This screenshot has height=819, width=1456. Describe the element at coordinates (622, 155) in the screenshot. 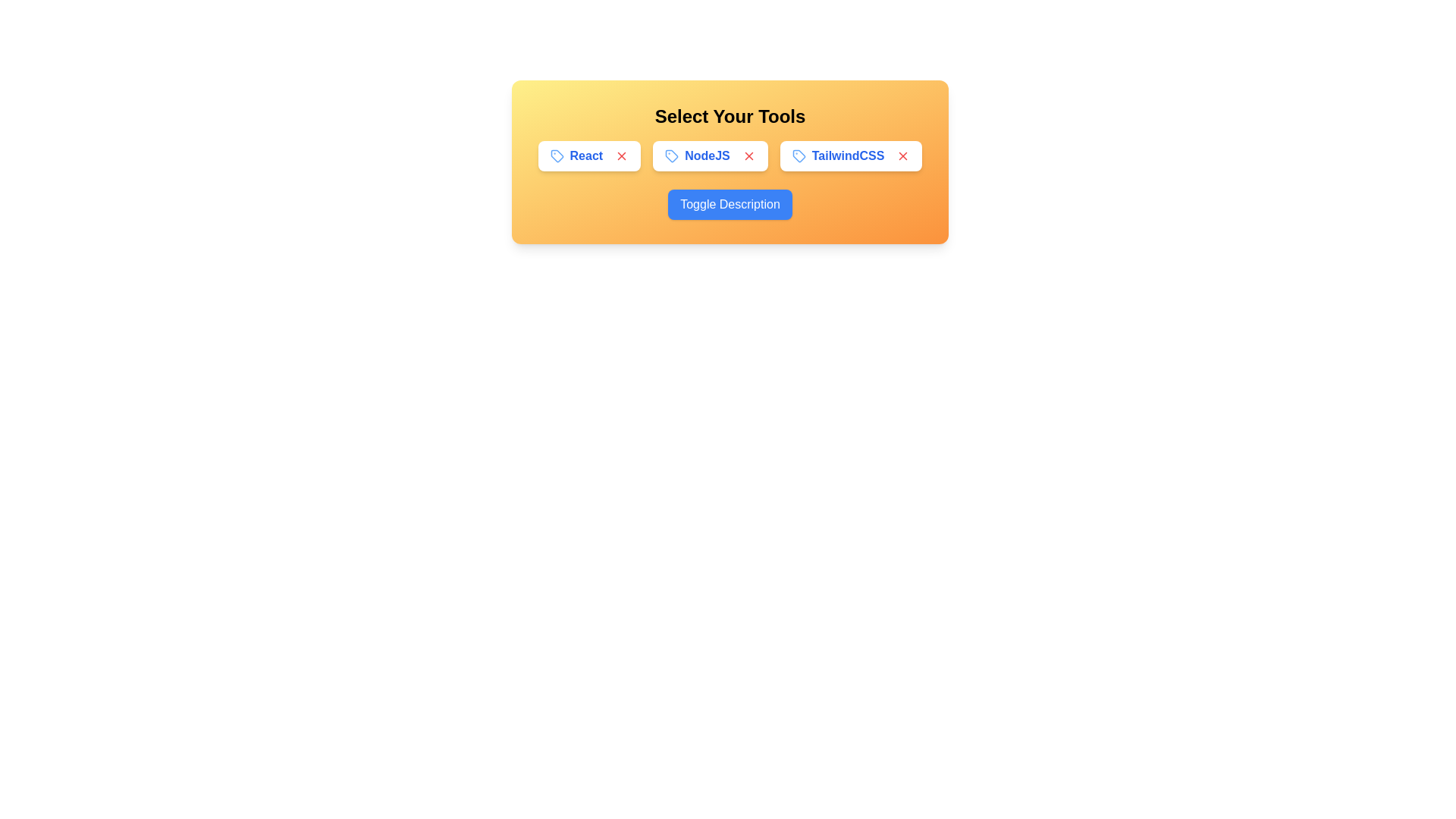

I see `close button of the chip labeled React to remove it` at that location.